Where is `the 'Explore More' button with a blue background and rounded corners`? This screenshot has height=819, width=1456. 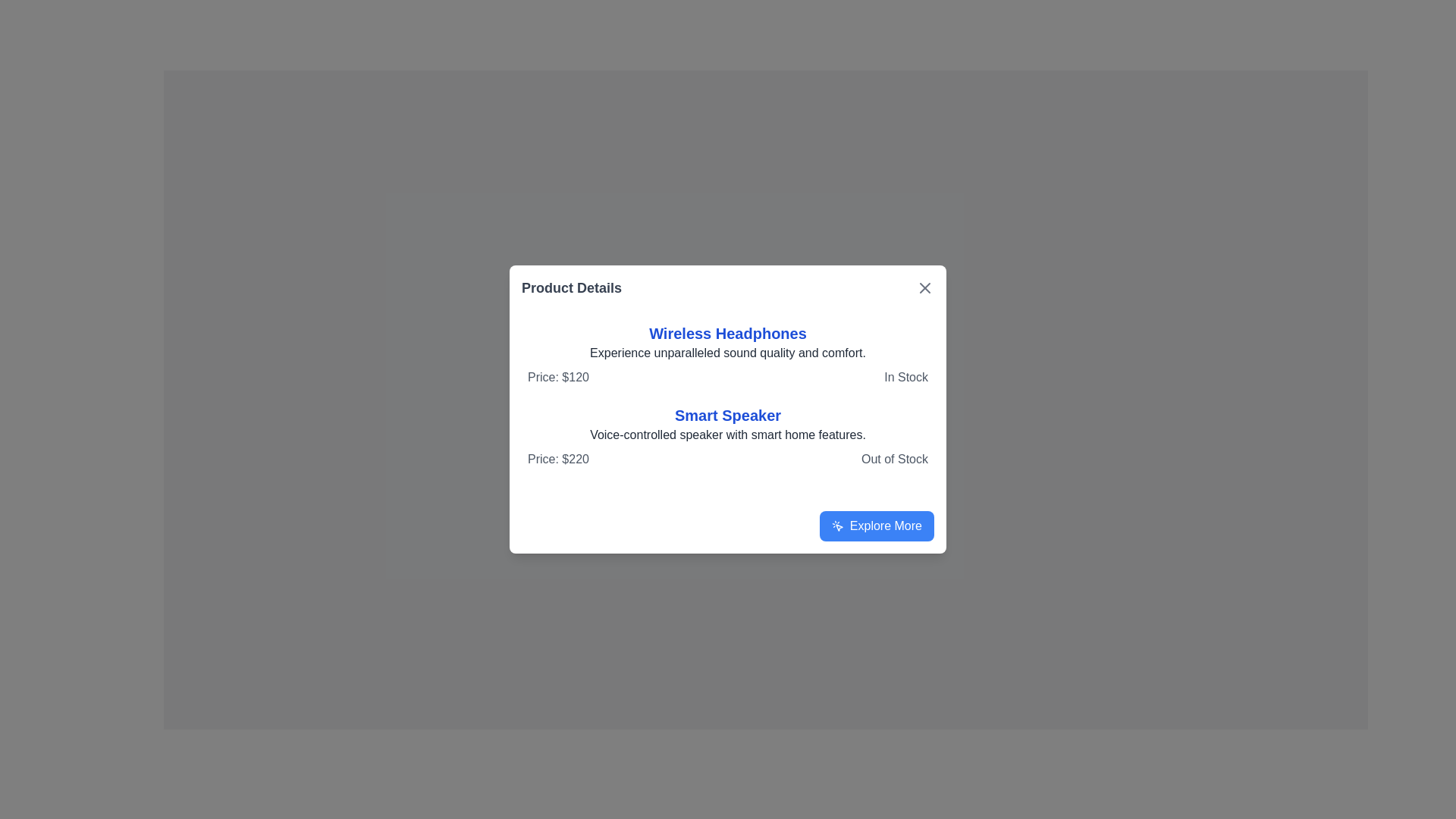
the 'Explore More' button with a blue background and rounded corners is located at coordinates (877, 526).